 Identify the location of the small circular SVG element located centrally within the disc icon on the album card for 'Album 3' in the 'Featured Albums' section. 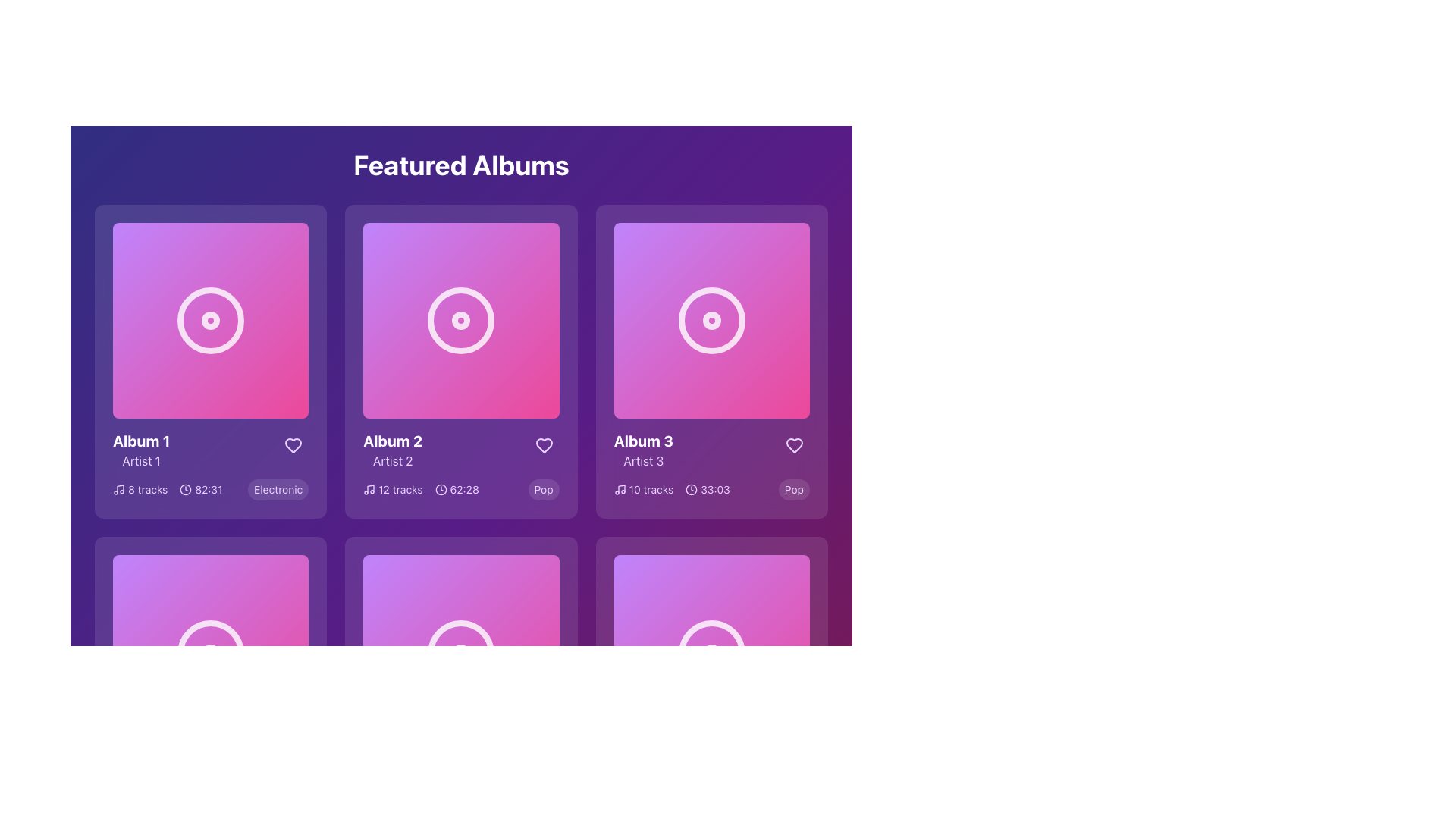
(711, 320).